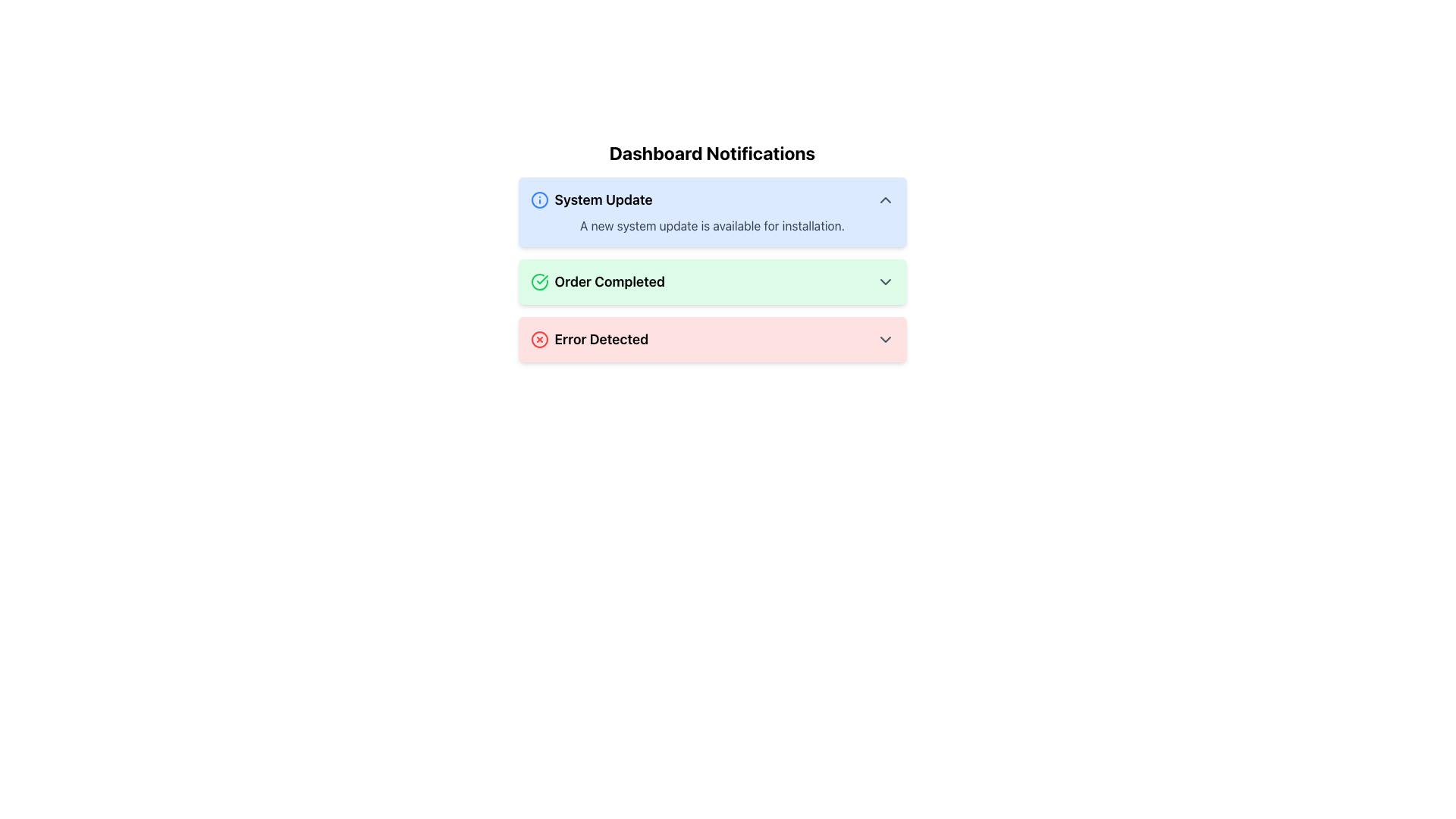 This screenshot has height=819, width=1456. Describe the element at coordinates (539, 199) in the screenshot. I see `the outer circle of the blue information icon located to the left of the text 'System Update' in the topmost notification block` at that location.